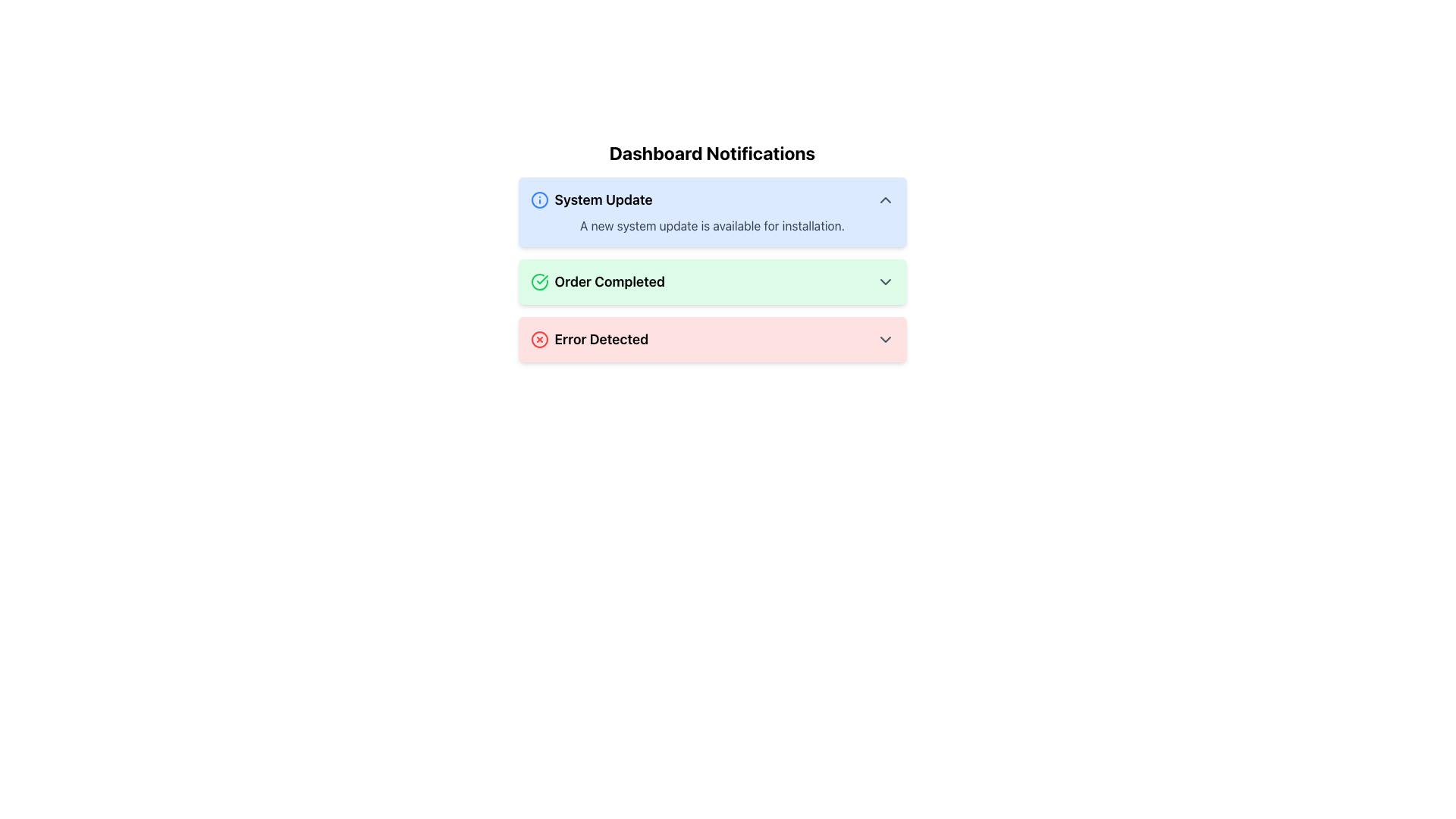 This screenshot has height=819, width=1456. Describe the element at coordinates (539, 199) in the screenshot. I see `the outer circle of the blue information icon located to the left of the text 'System Update' in the topmost notification block` at that location.